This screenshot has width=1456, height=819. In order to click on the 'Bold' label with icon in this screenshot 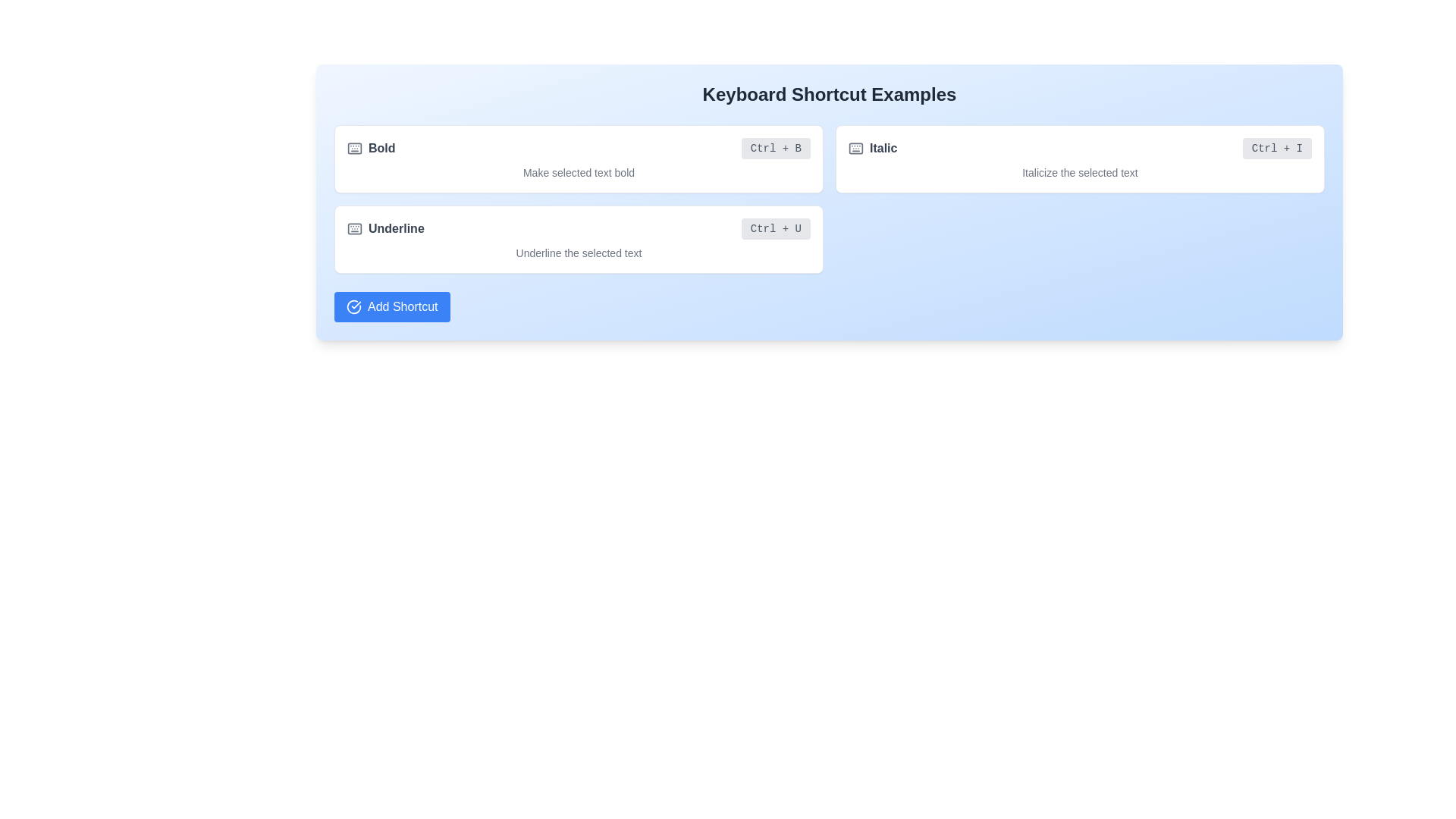, I will do `click(371, 149)`.